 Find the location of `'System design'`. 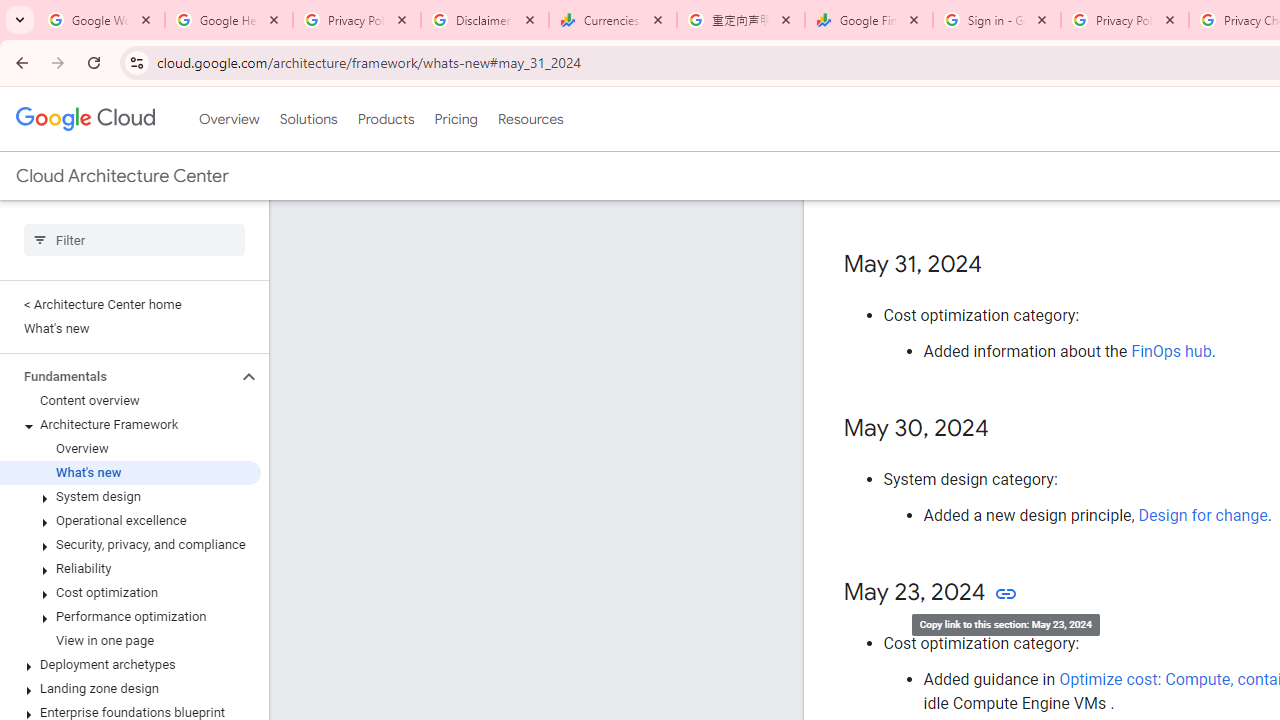

'System design' is located at coordinates (129, 496).